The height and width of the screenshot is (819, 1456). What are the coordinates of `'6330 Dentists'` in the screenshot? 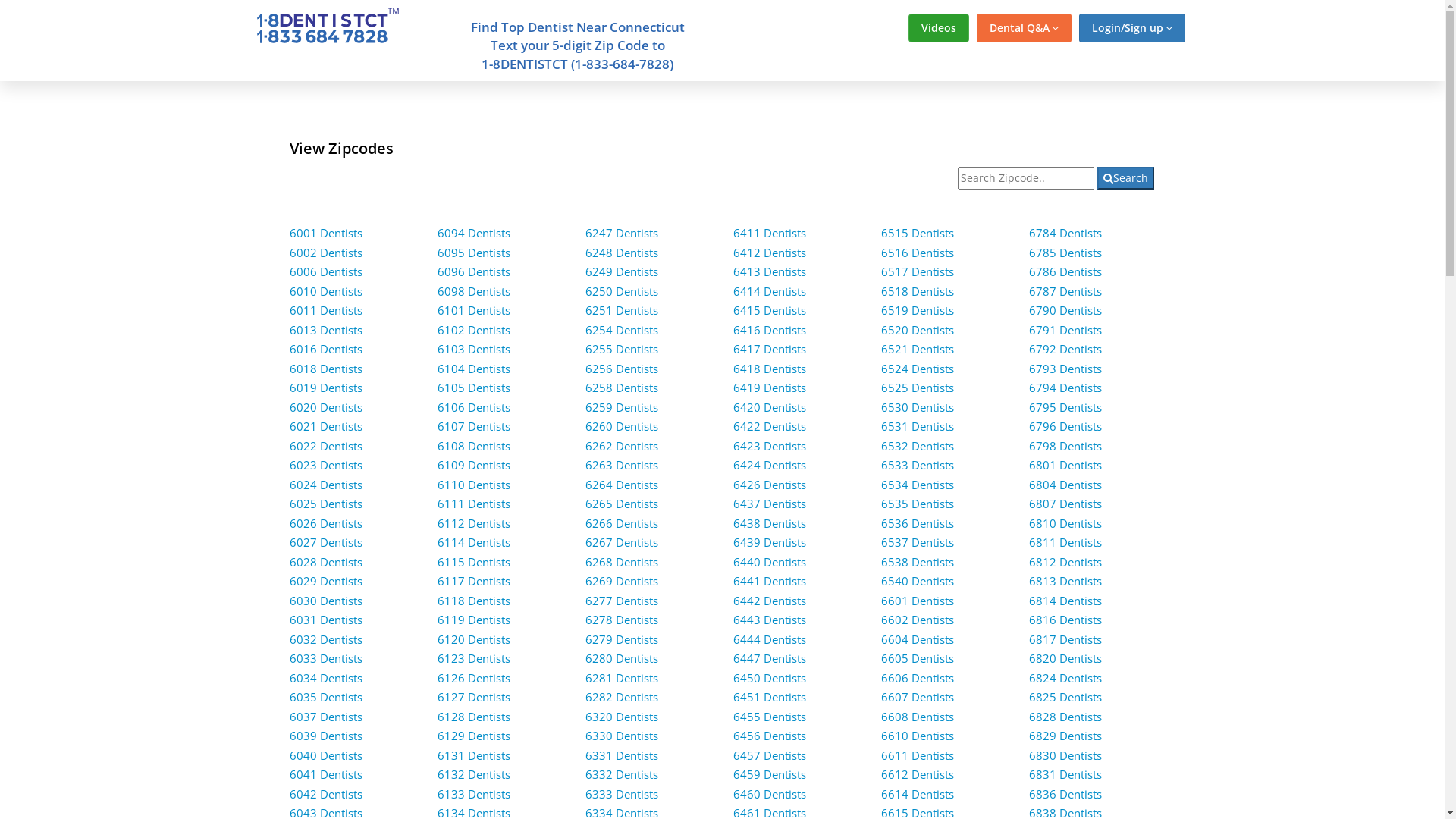 It's located at (622, 734).